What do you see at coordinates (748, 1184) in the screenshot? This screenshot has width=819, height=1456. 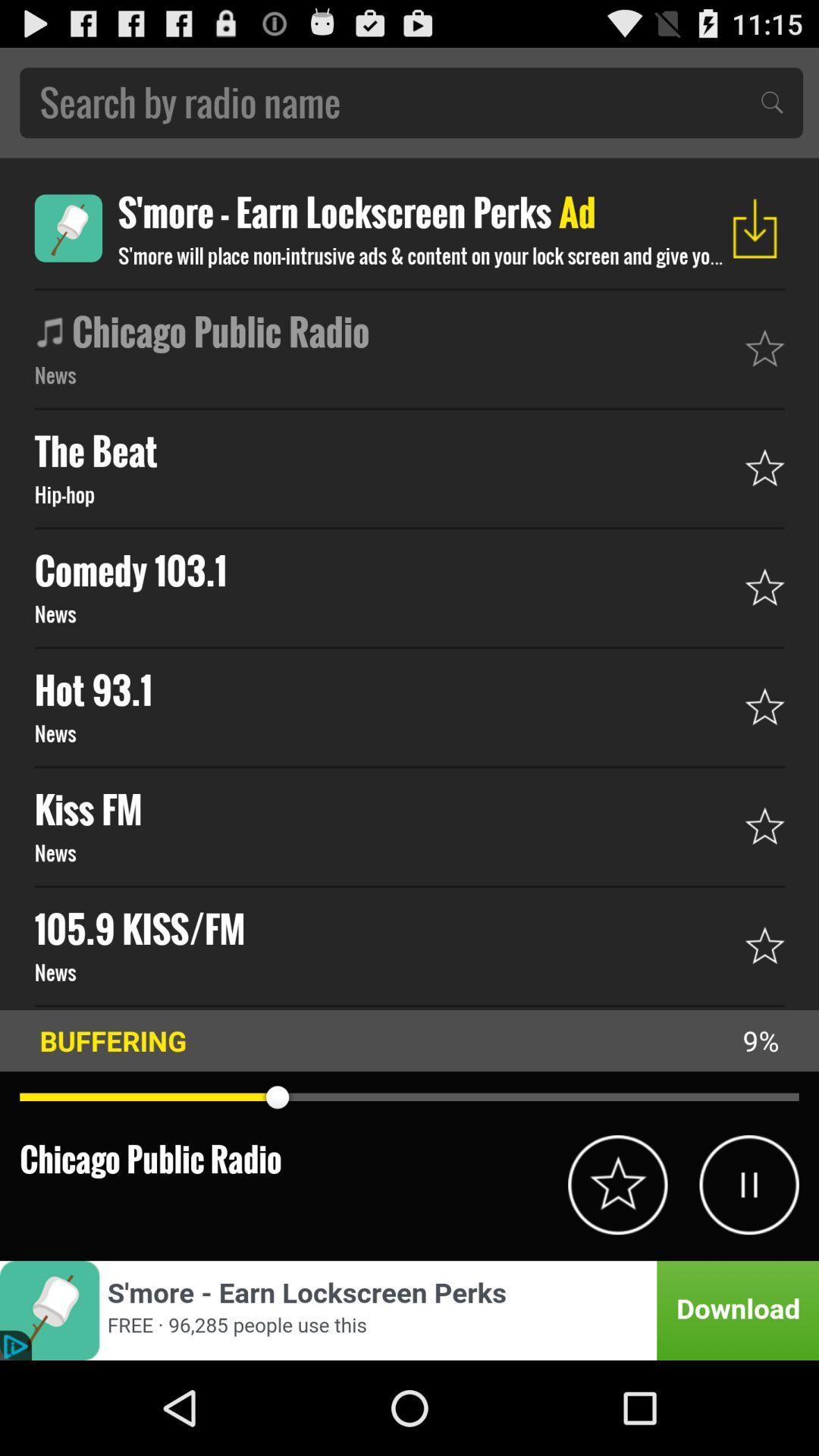 I see `pause` at bounding box center [748, 1184].